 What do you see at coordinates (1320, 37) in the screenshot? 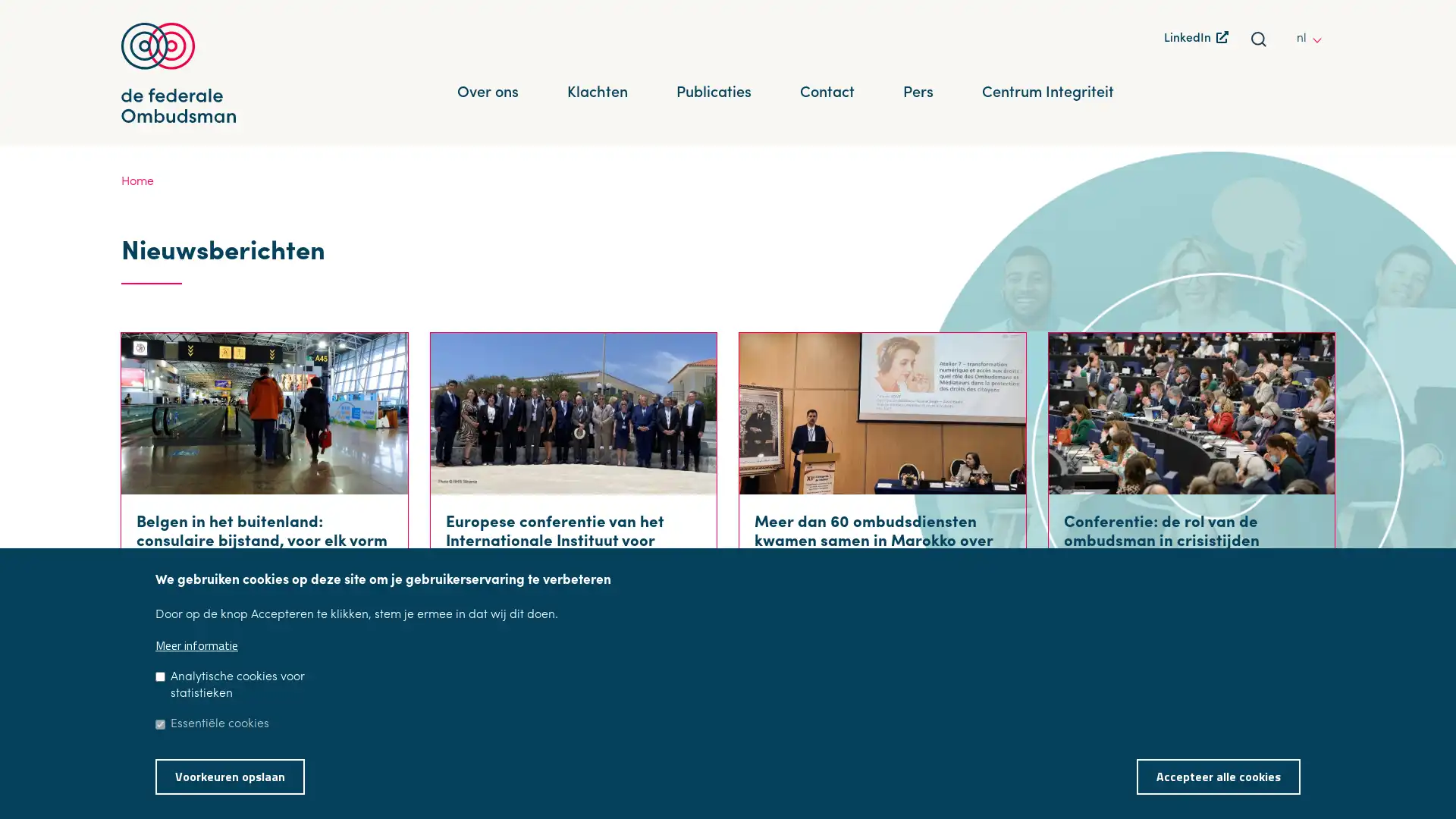
I see `other languages` at bounding box center [1320, 37].